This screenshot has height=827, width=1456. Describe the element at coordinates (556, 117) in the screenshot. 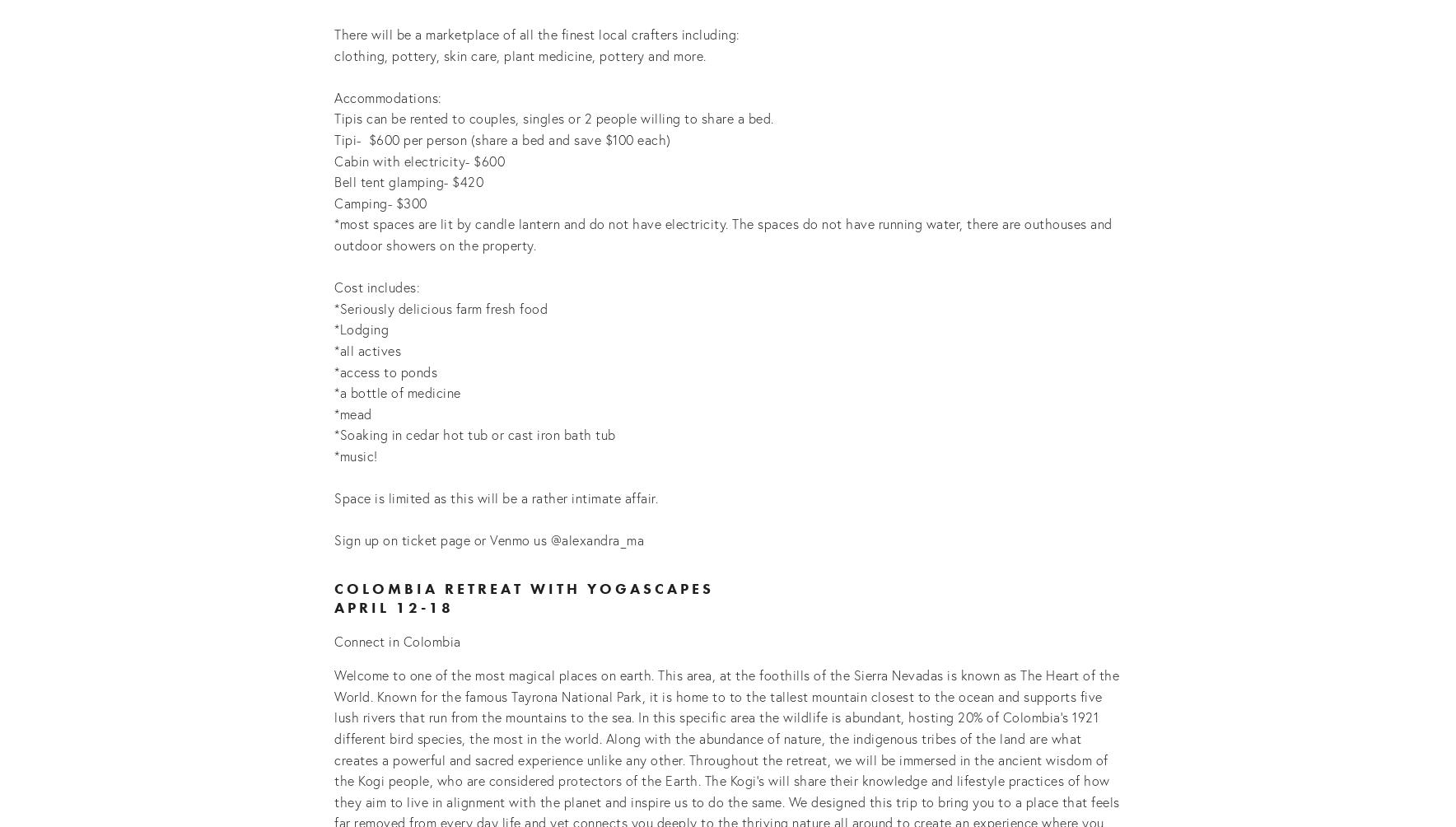

I see `'Tipis can be rented to couples, singles or 2 people willing to share a bed.'` at that location.